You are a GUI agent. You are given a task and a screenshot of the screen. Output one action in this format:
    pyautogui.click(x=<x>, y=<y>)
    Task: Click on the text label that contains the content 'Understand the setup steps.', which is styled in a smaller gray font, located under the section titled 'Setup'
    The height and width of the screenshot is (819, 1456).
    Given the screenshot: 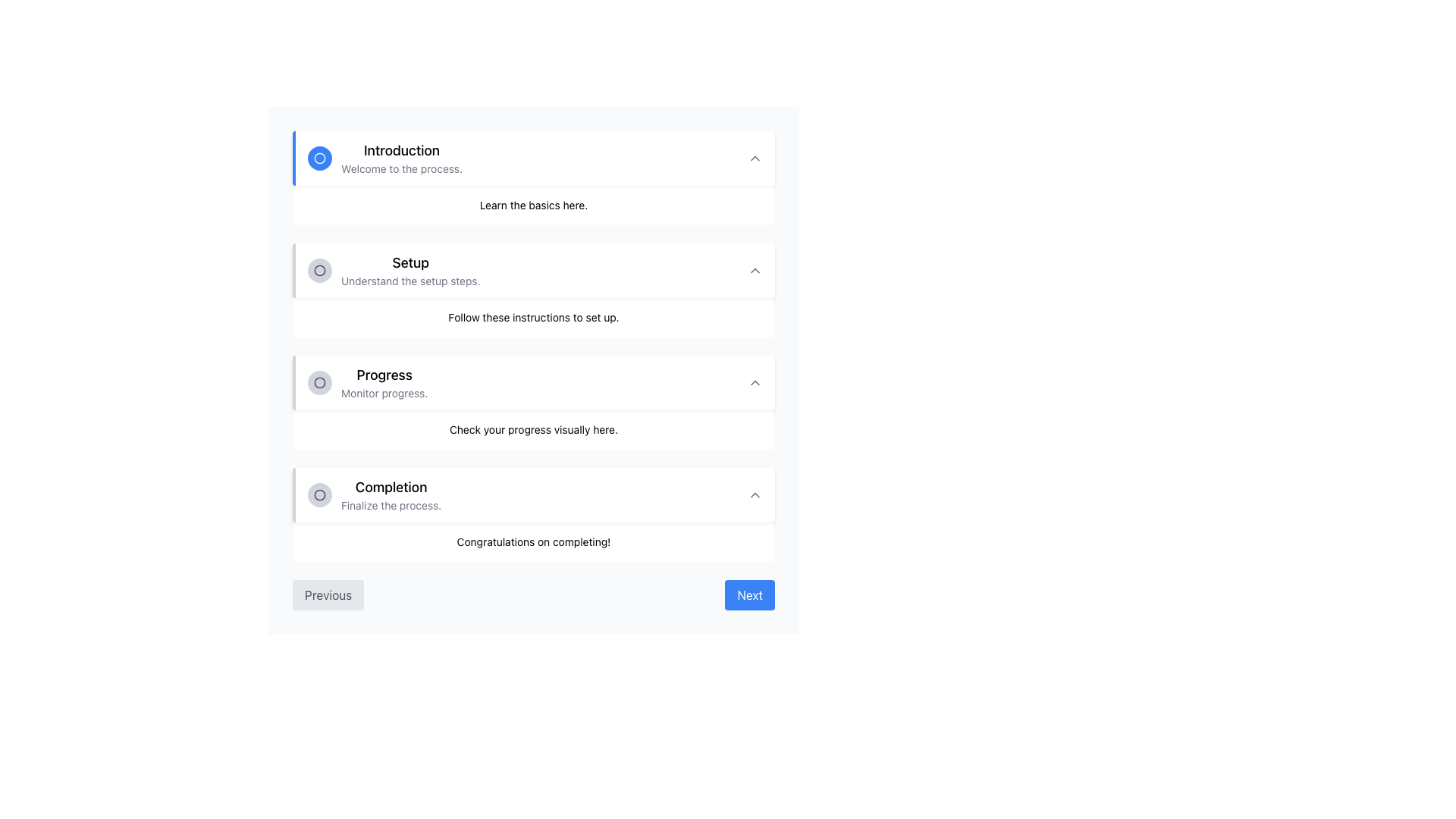 What is the action you would take?
    pyautogui.click(x=410, y=281)
    